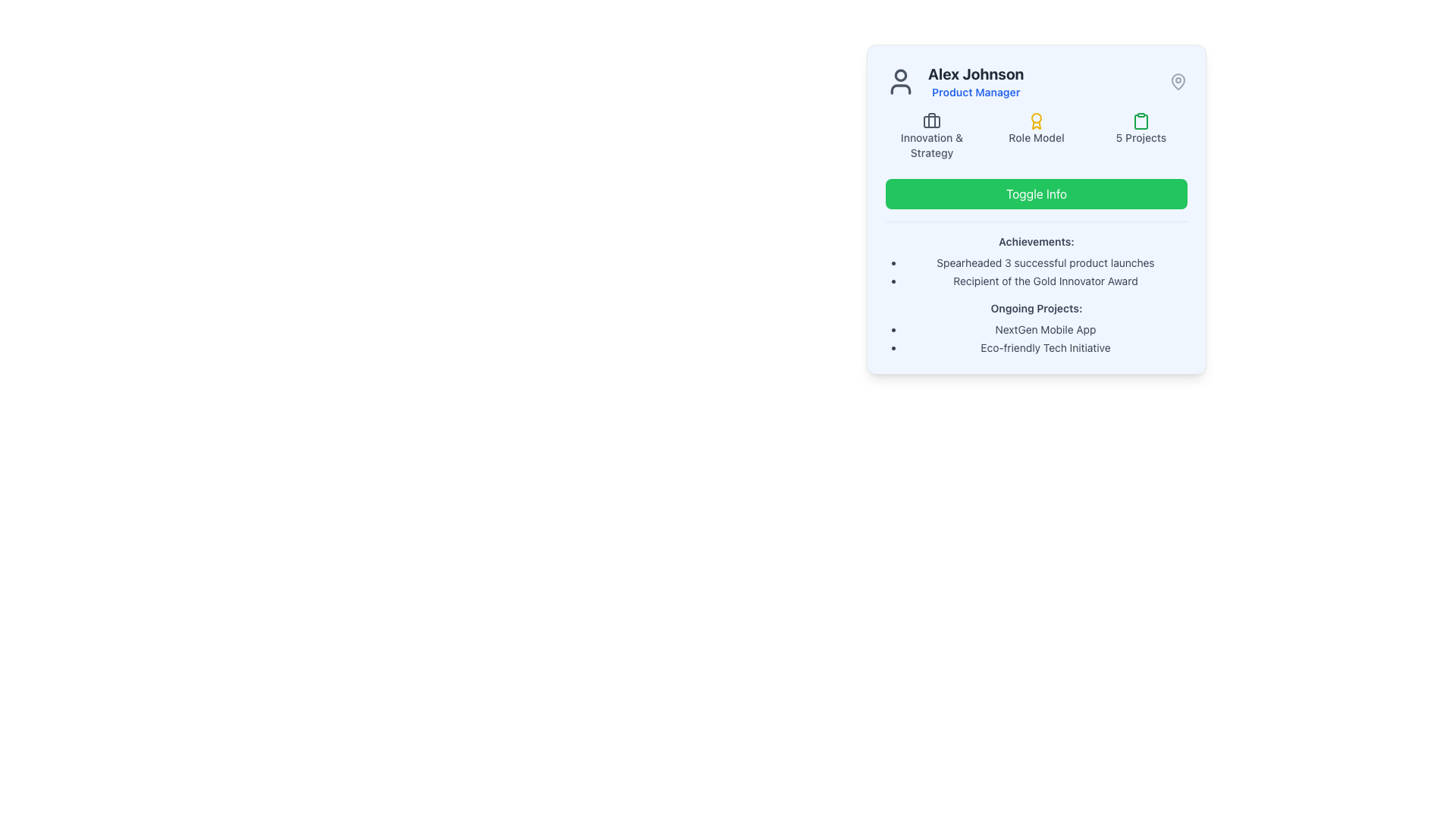  Describe the element at coordinates (1036, 120) in the screenshot. I see `the award-shaped icon that is styled in bold yellow and positioned centrally above the text 'Role Model'` at that location.